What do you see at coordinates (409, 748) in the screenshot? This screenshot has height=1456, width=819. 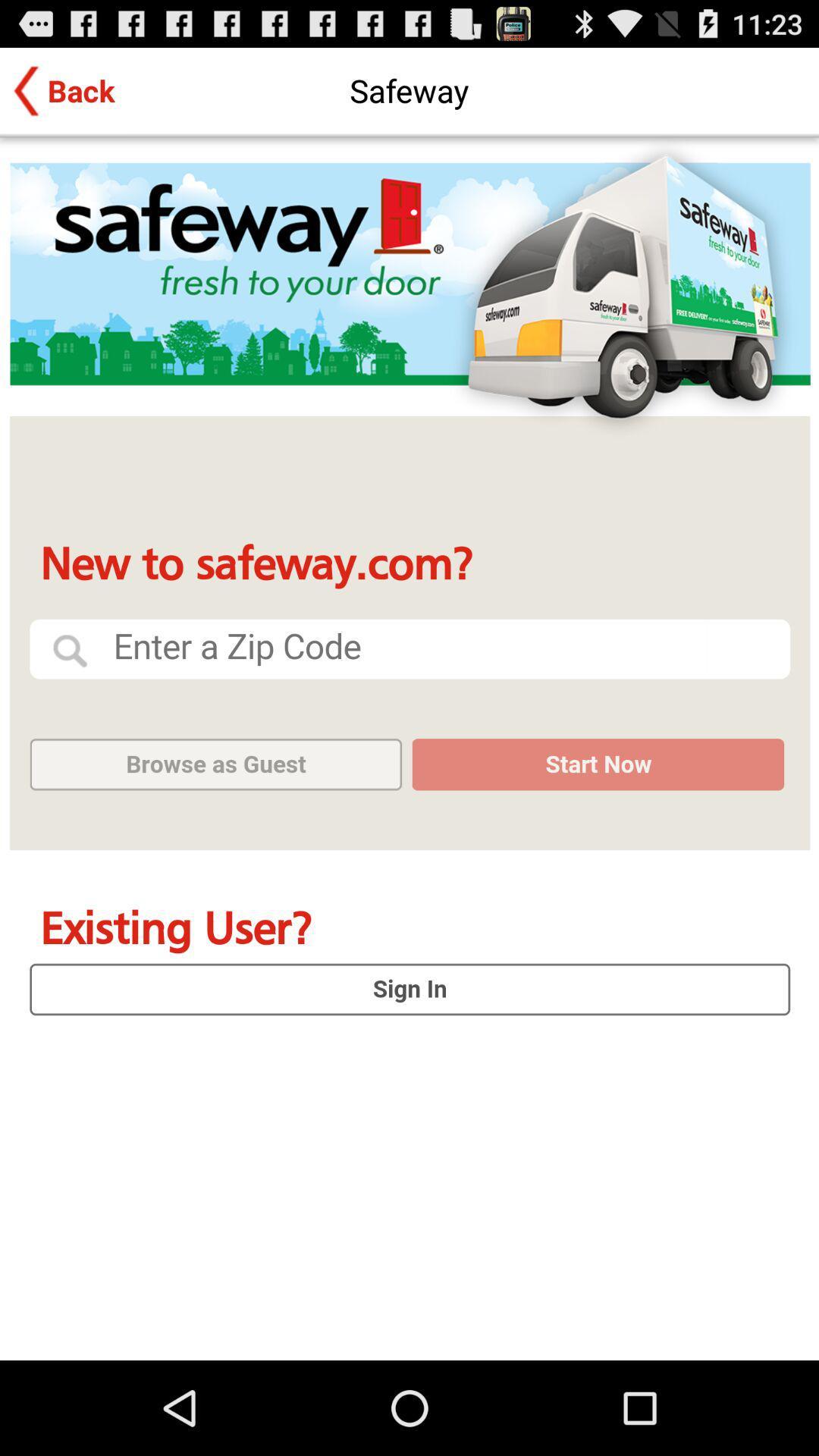 I see `screenshot the picture` at bounding box center [409, 748].